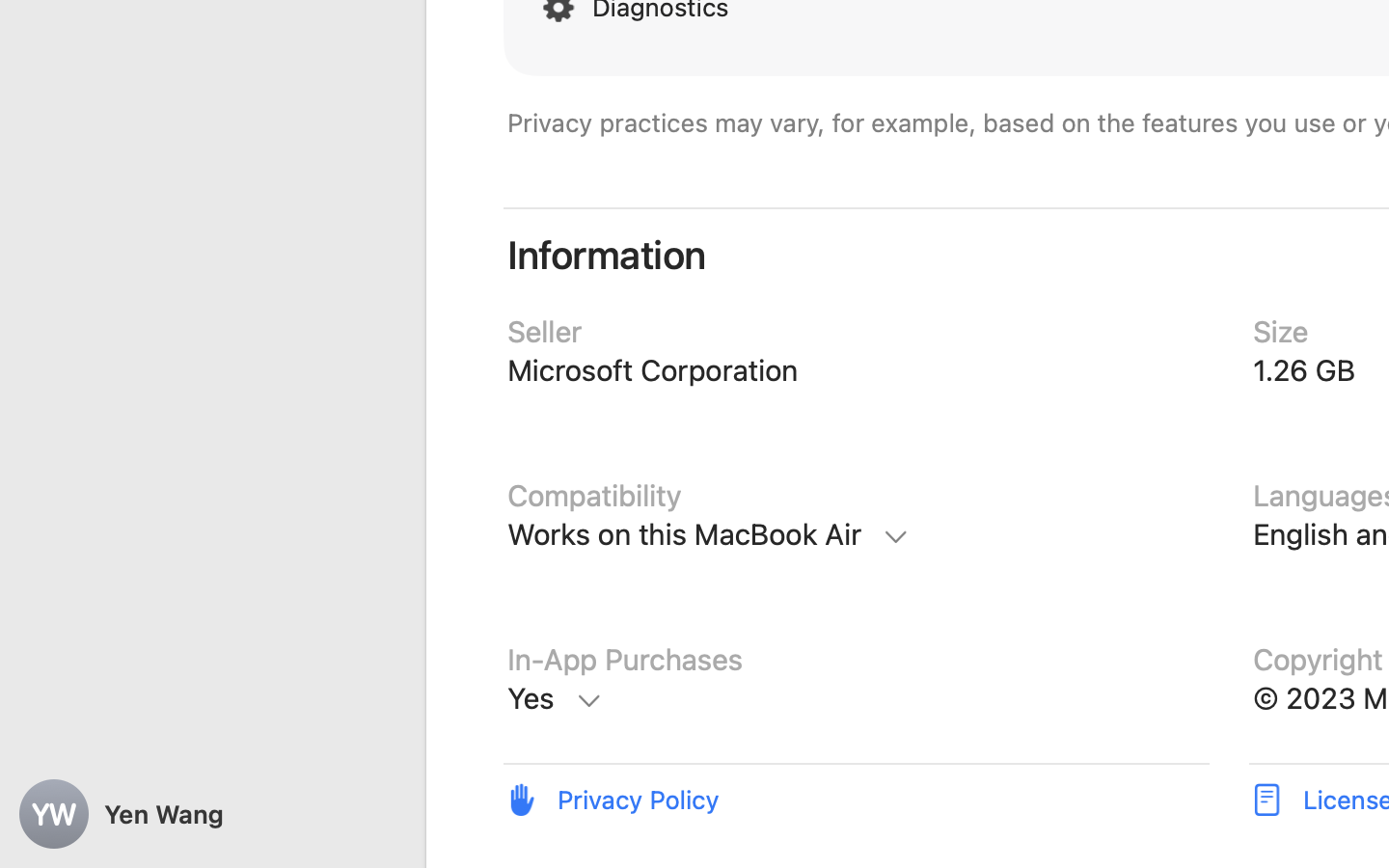 The width and height of the screenshot is (1389, 868). What do you see at coordinates (856, 371) in the screenshot?
I see `'Seller, Microsoft Corporation'` at bounding box center [856, 371].